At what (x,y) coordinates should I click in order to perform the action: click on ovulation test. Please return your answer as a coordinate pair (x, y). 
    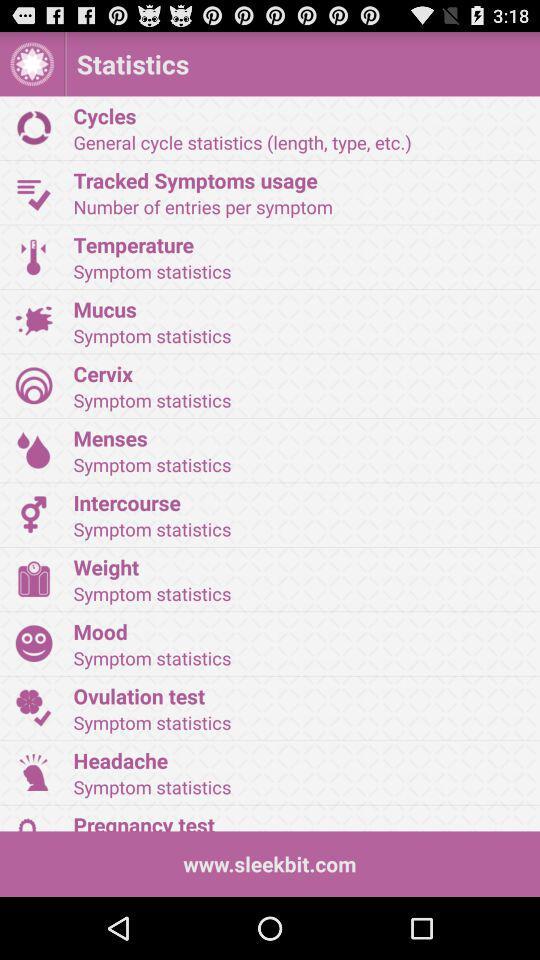
    Looking at the image, I should click on (299, 696).